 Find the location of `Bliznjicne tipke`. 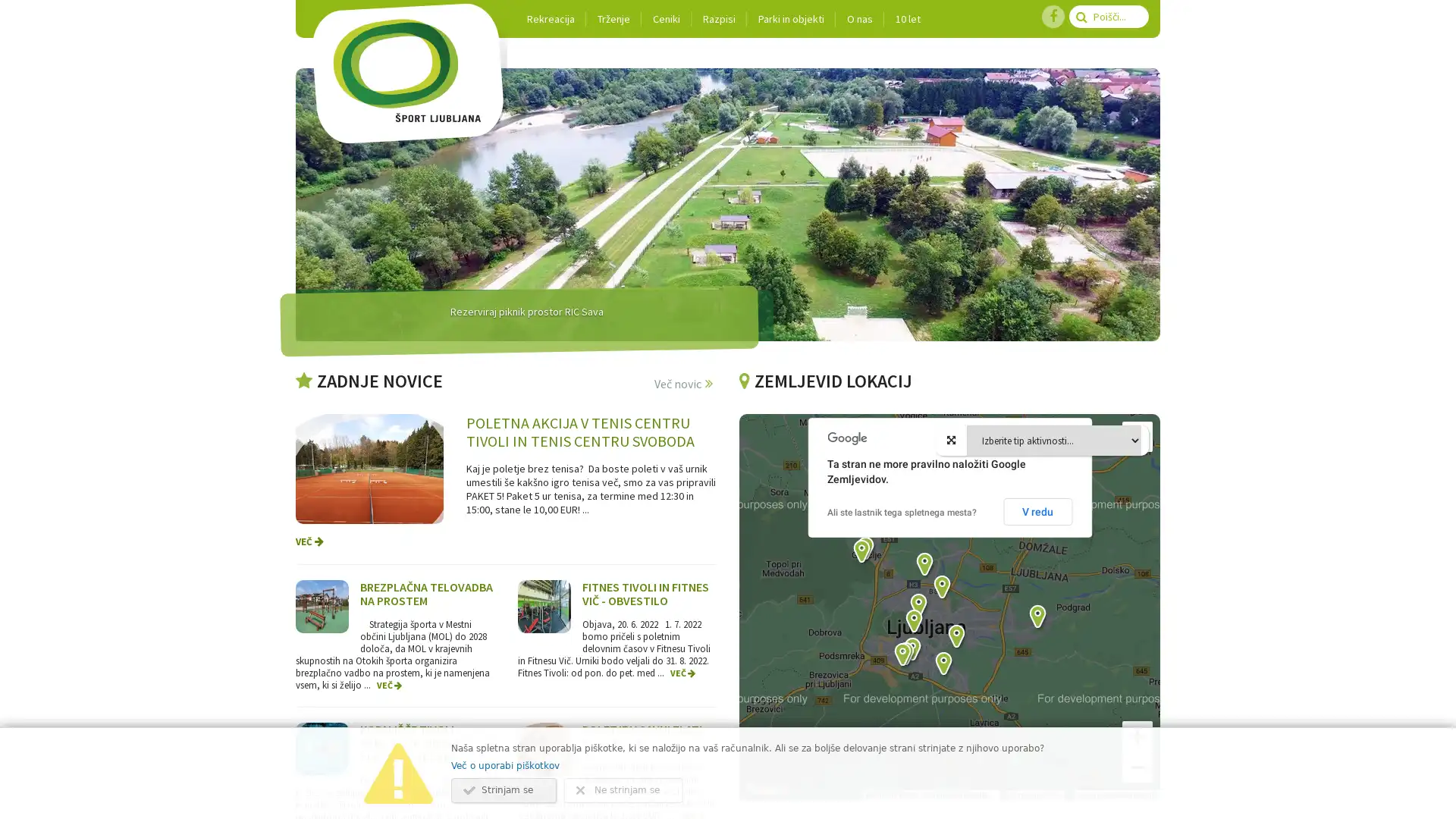

Bliznjicne tipke is located at coordinates (878, 795).